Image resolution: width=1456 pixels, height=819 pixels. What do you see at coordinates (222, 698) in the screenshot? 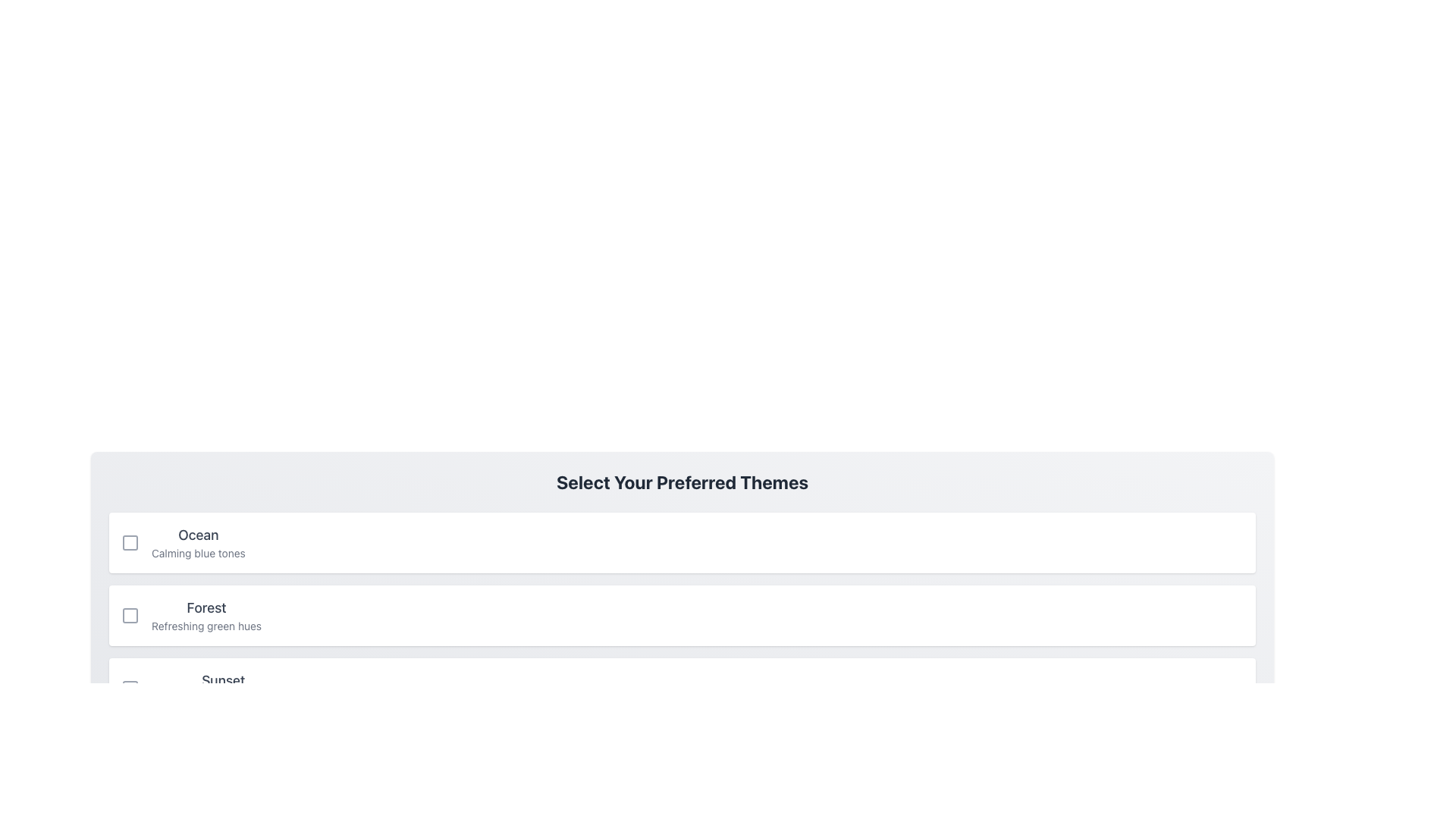
I see `the Text Label that displays 'Warm red and orange shades', which is styled in a small light gray font and positioned beneath the title 'Sunset'` at bounding box center [222, 698].